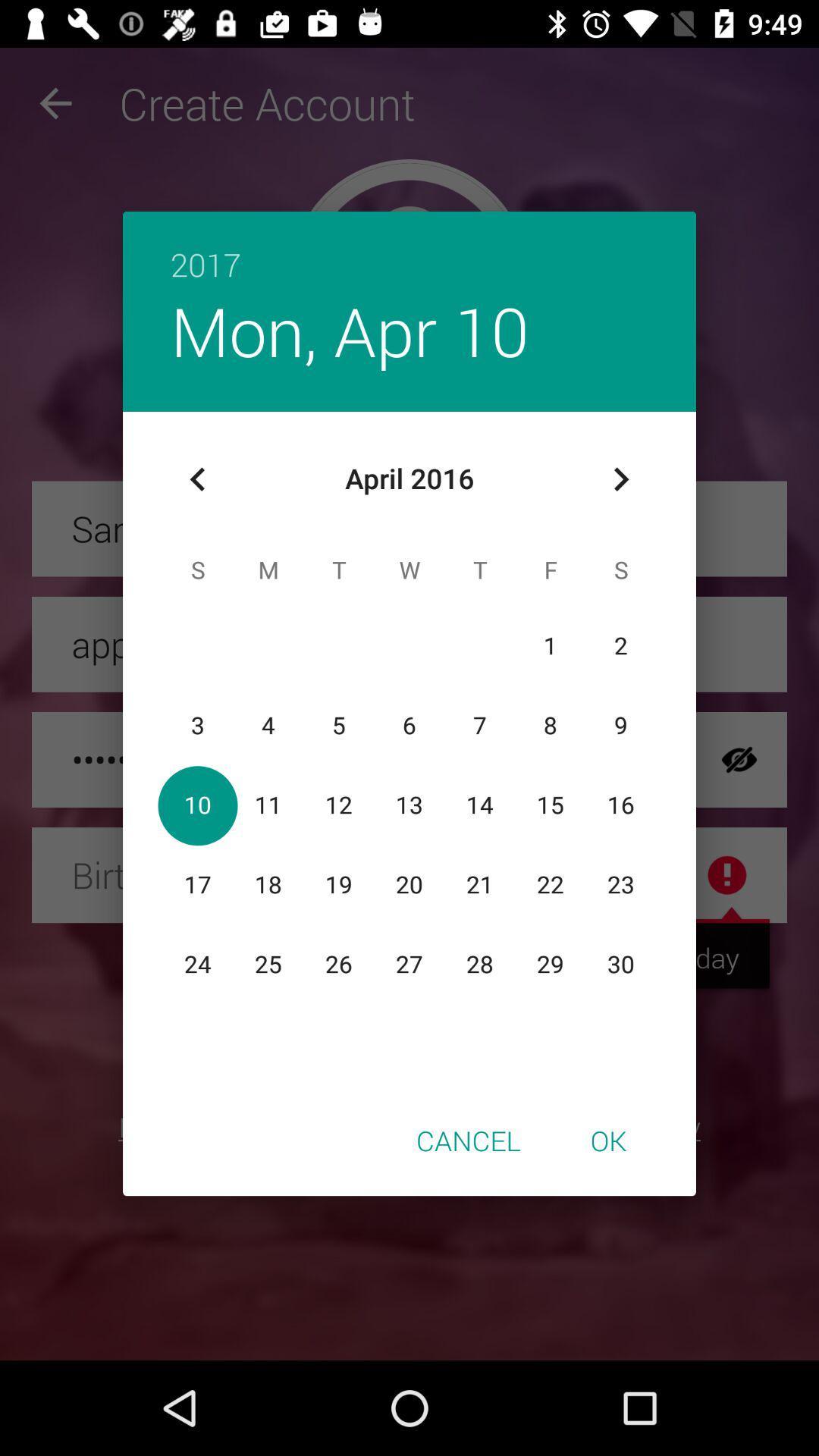  Describe the element at coordinates (607, 1140) in the screenshot. I see `icon next to the cancel icon` at that location.